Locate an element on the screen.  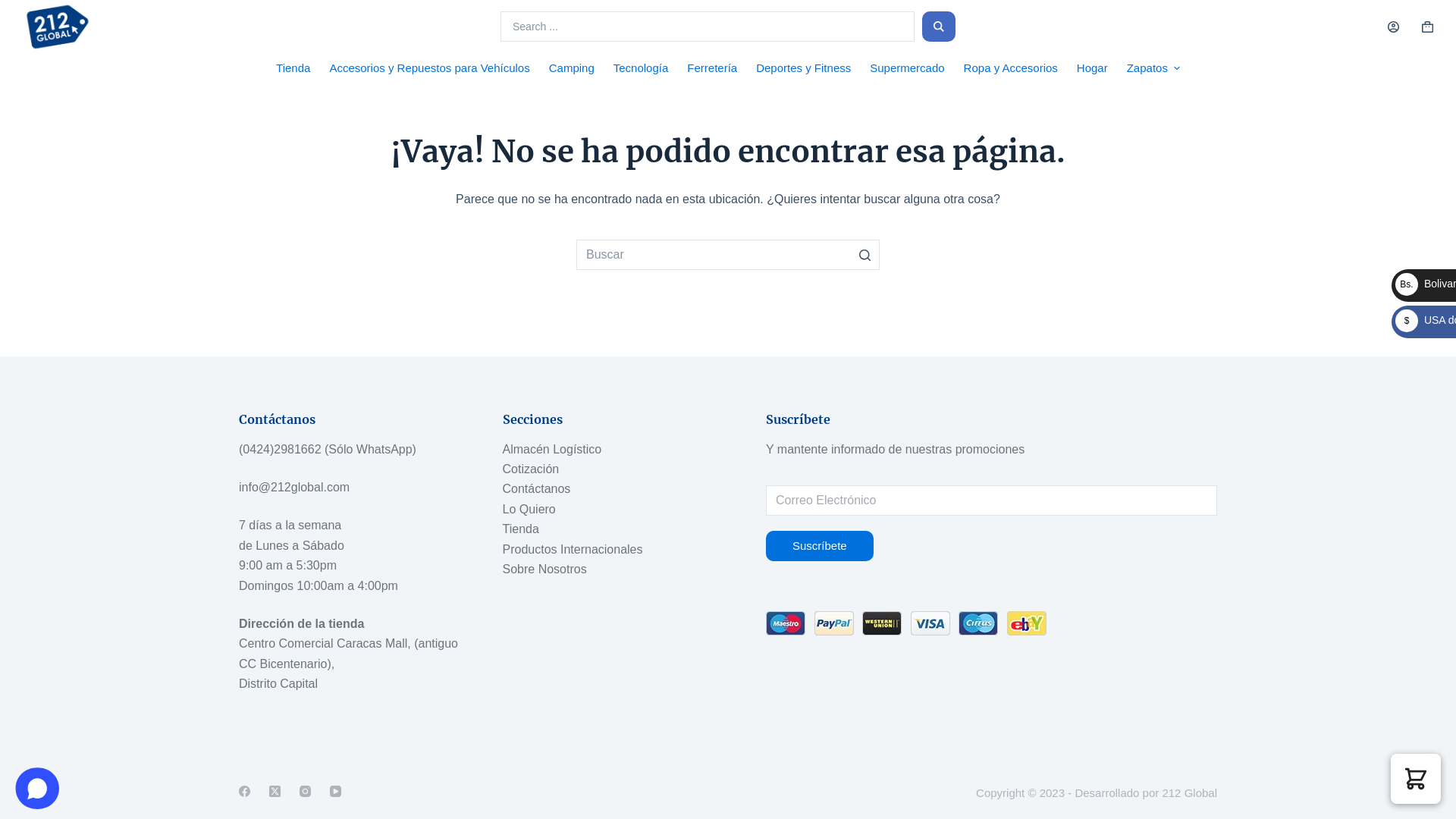
'Tienda' is located at coordinates (520, 528).